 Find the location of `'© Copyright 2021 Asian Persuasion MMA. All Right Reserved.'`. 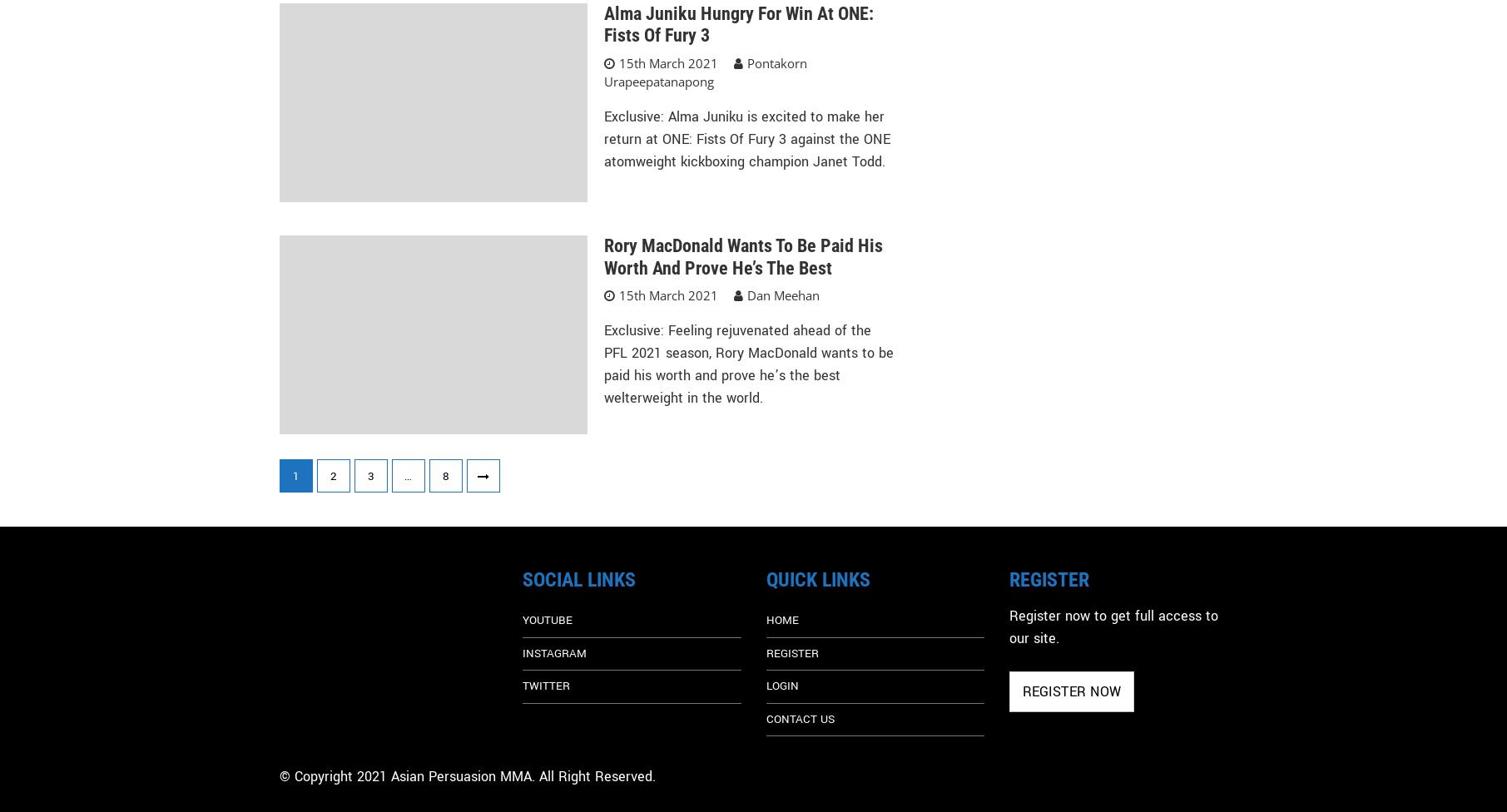

'© Copyright 2021 Asian Persuasion MMA. All Right Reserved.' is located at coordinates (466, 775).